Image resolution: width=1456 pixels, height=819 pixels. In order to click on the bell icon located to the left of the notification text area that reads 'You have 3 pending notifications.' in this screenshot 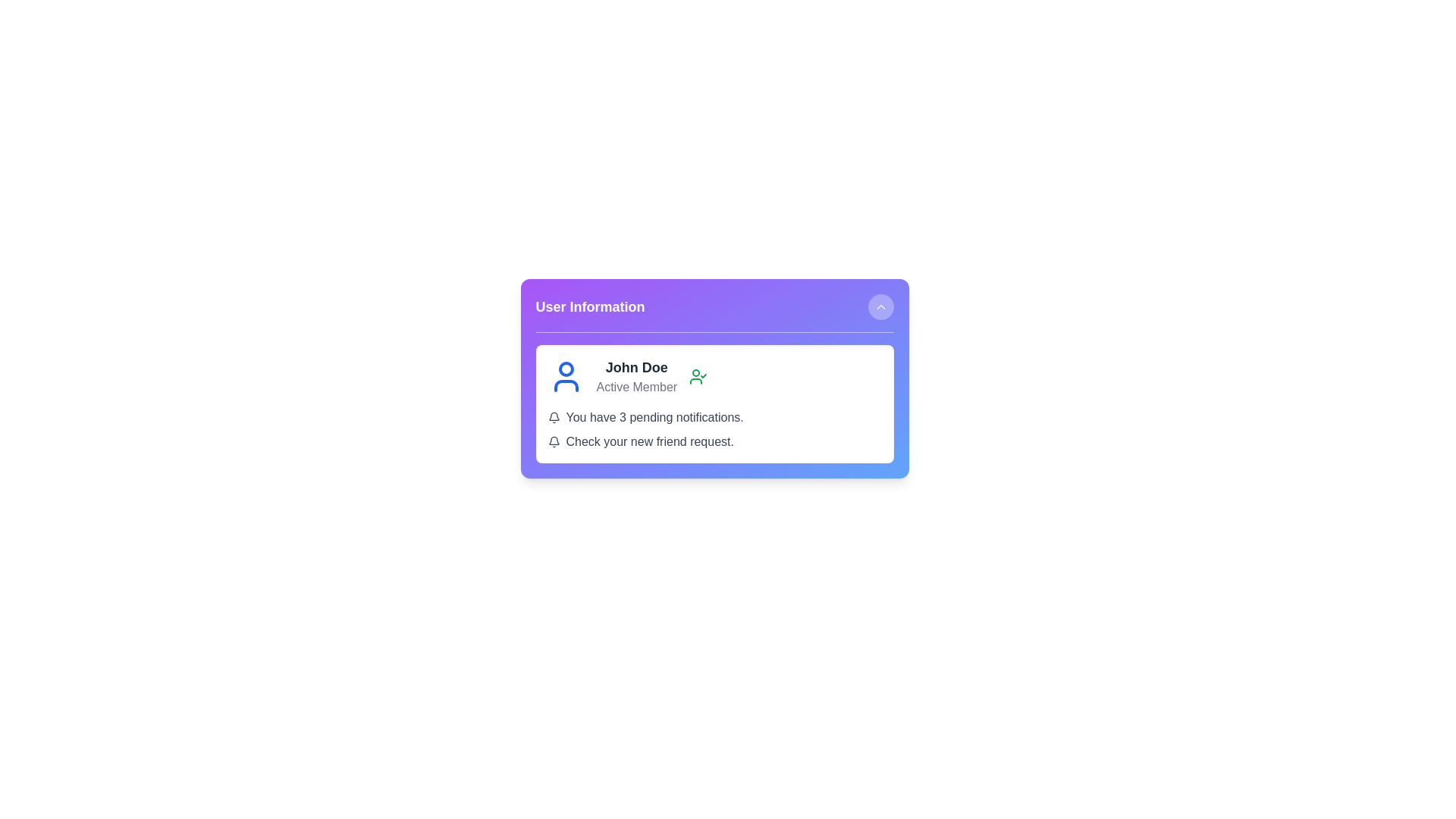, I will do `click(553, 418)`.